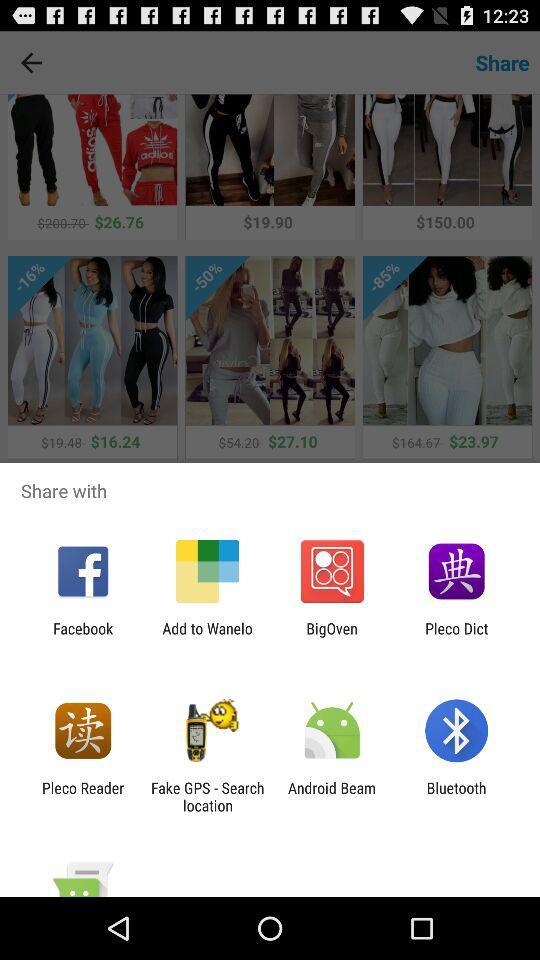  I want to click on the app to the left of the add to wanelo item, so click(82, 636).